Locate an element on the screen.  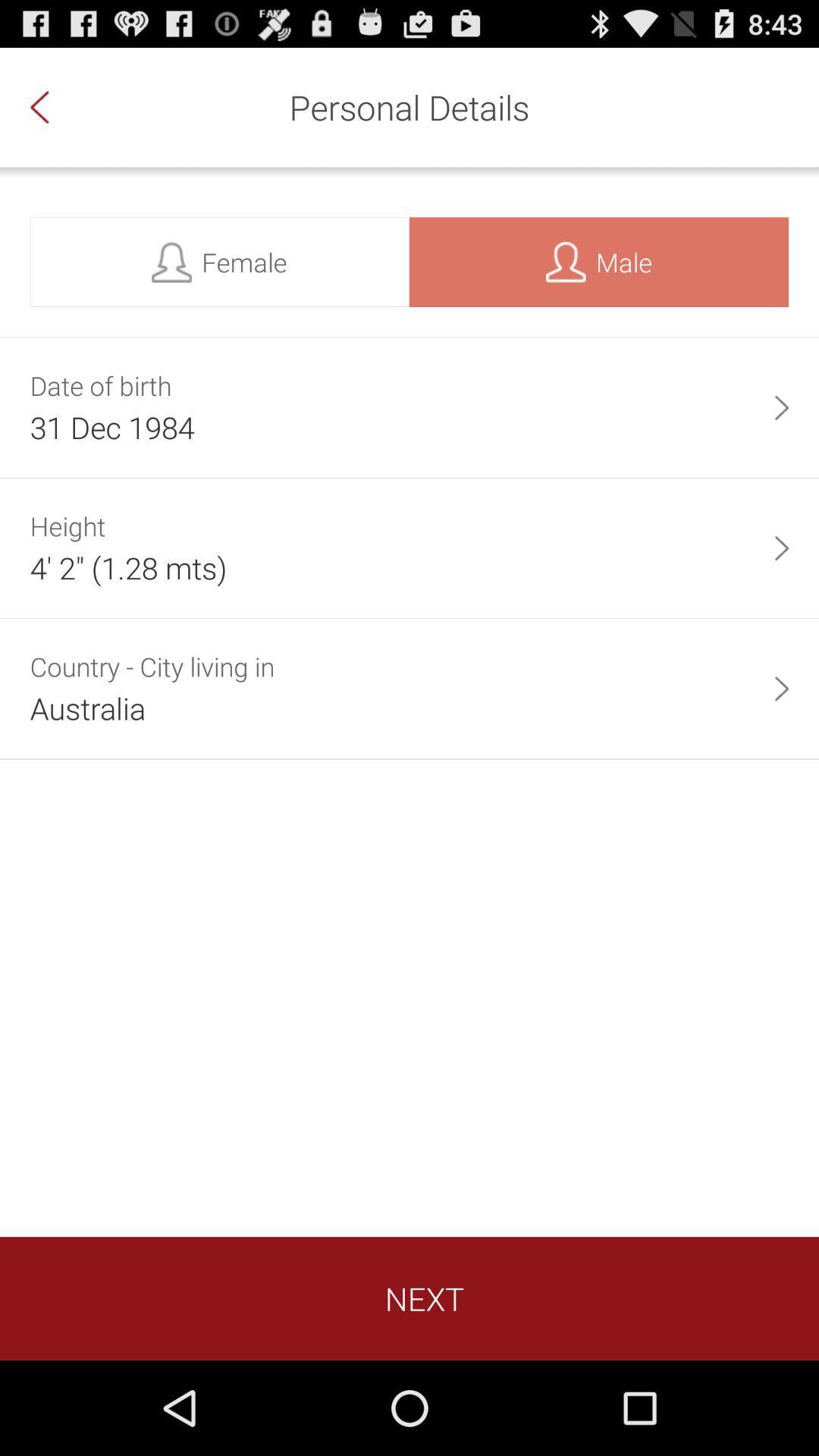
item to the right of 4 2 1 is located at coordinates (781, 548).